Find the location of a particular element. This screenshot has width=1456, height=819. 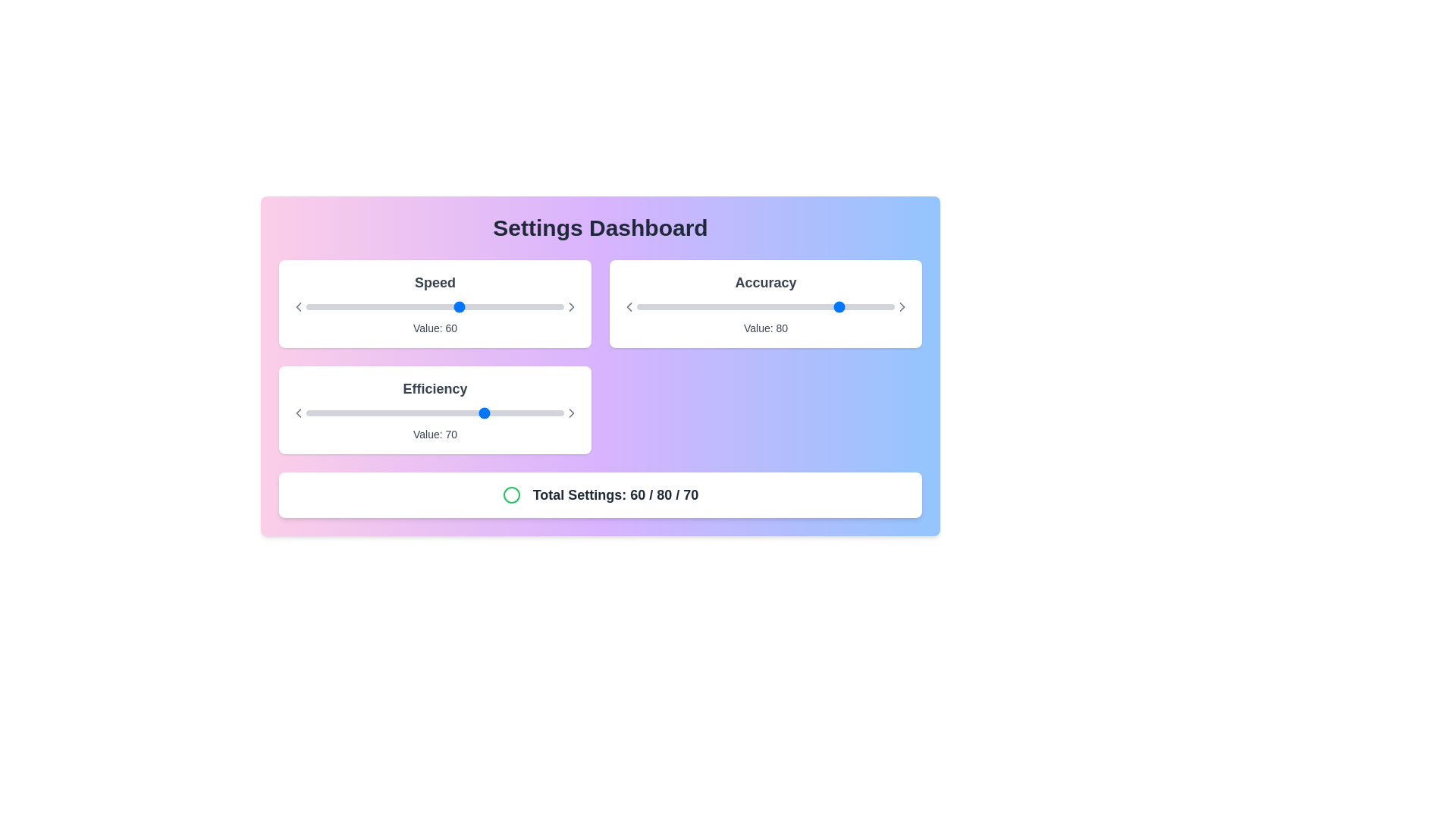

the 'Accuracy' value indicator text label, which displays the current value of 80 and is positioned directly below the 'Accuracy' slider is located at coordinates (765, 327).